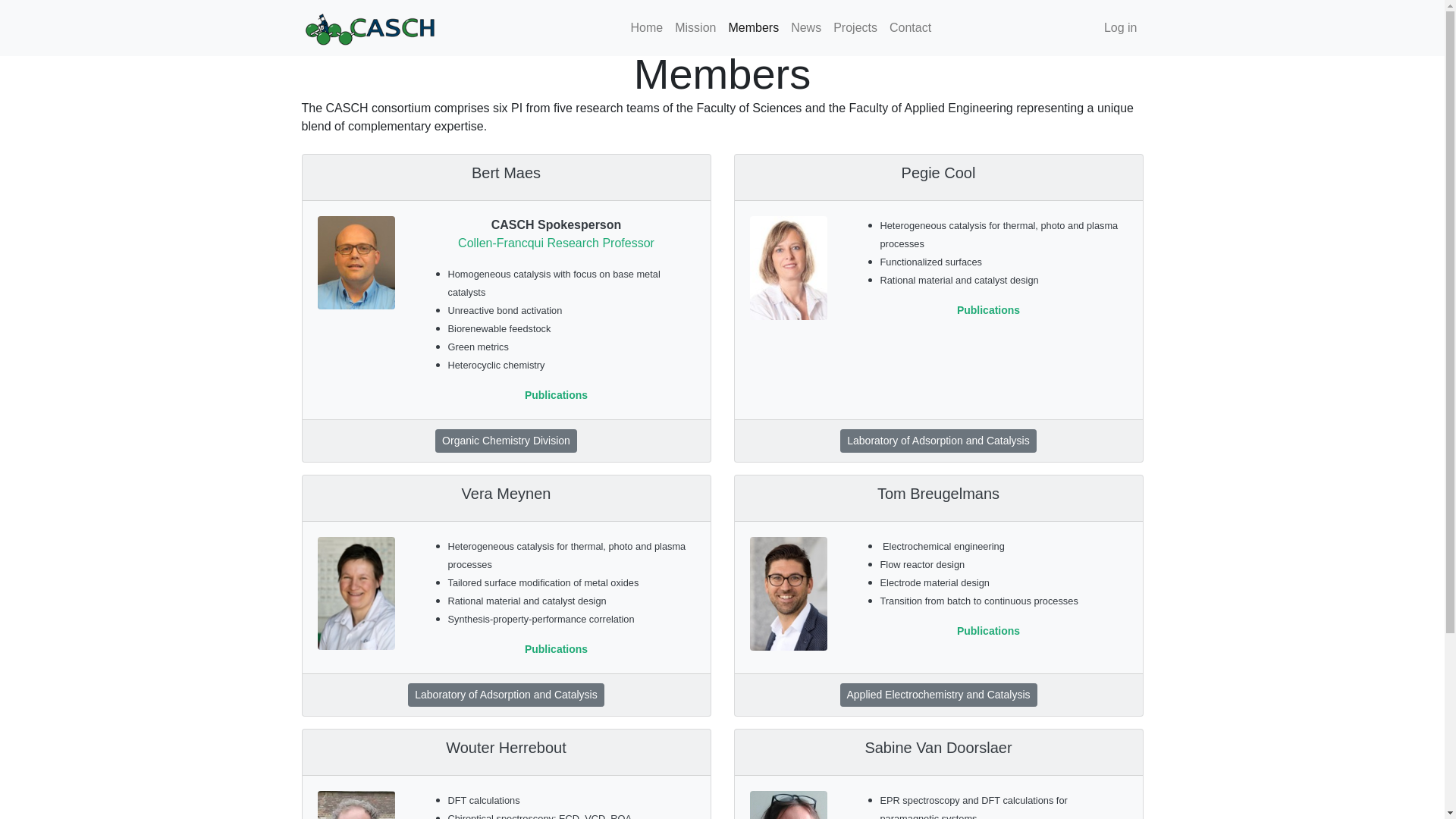  What do you see at coordinates (1121, 28) in the screenshot?
I see `'Log in'` at bounding box center [1121, 28].